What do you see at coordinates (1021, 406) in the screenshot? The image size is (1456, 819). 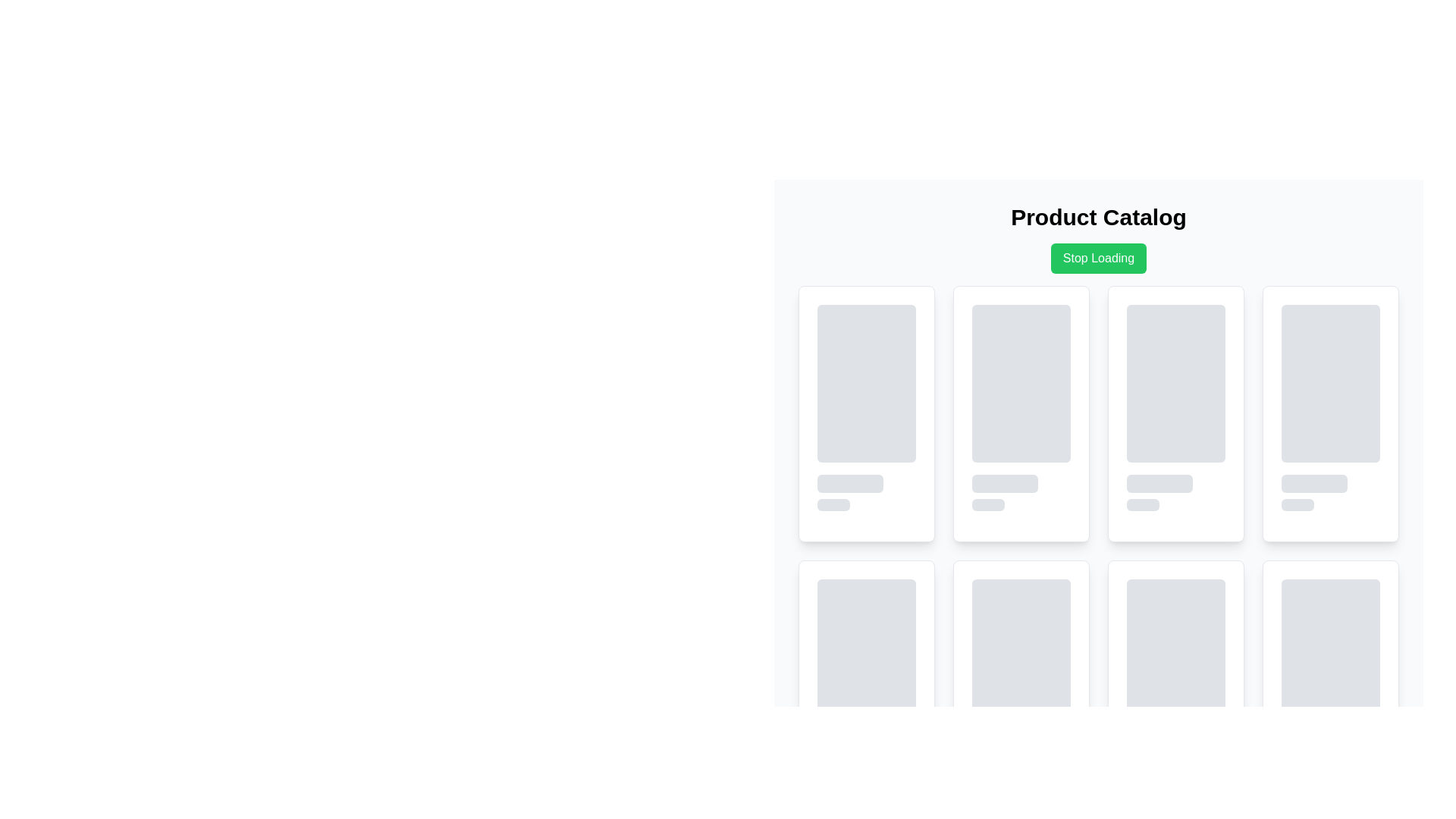 I see `the Loading placeholder for a card, which indicates an ongoing loading process for the card's data, located in the second column of a three-column grid` at bounding box center [1021, 406].